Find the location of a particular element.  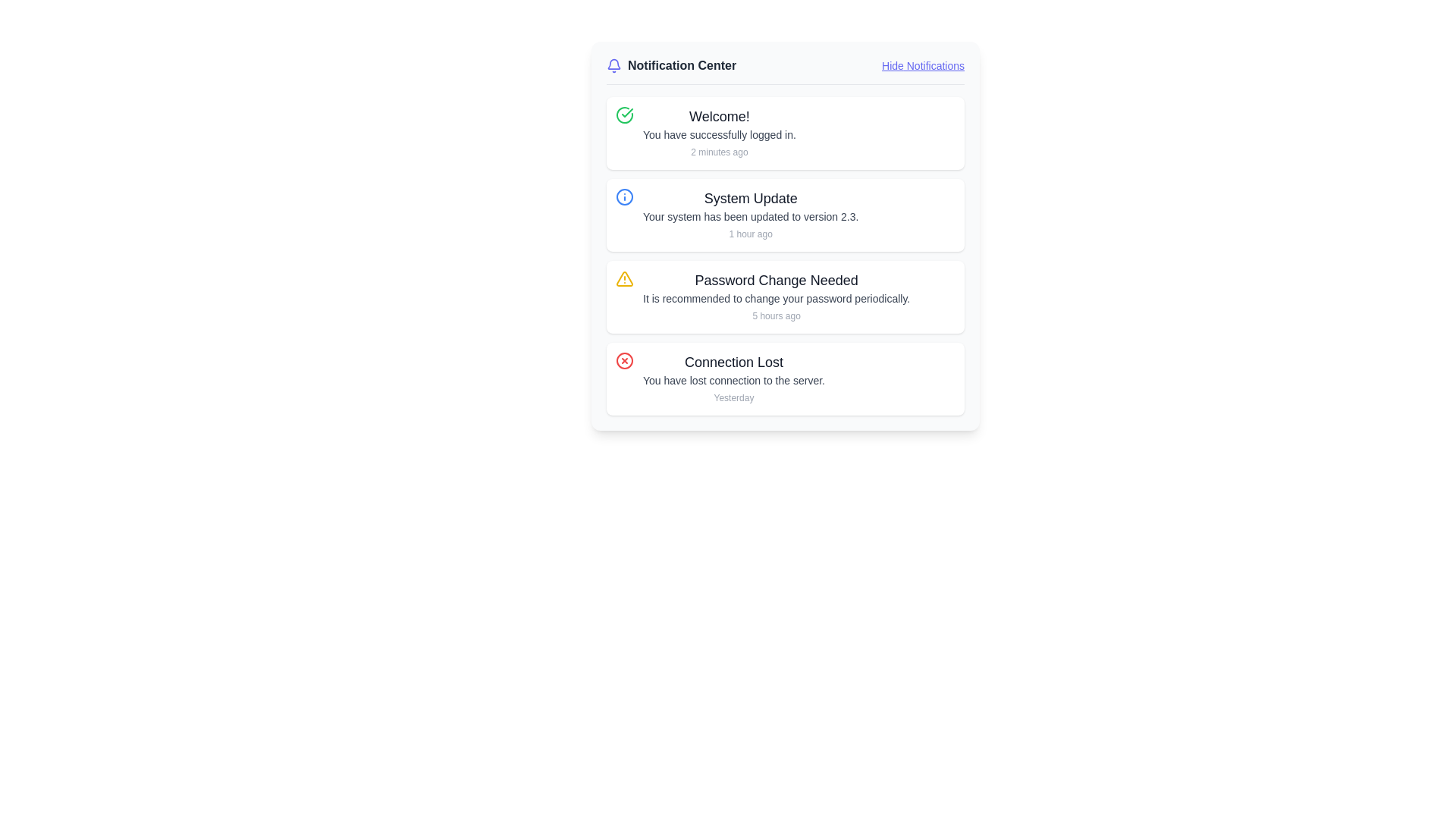

the 'Welcome!' text label in bold, dark gray font located at the top of the notification card in the Notification Center is located at coordinates (718, 116).